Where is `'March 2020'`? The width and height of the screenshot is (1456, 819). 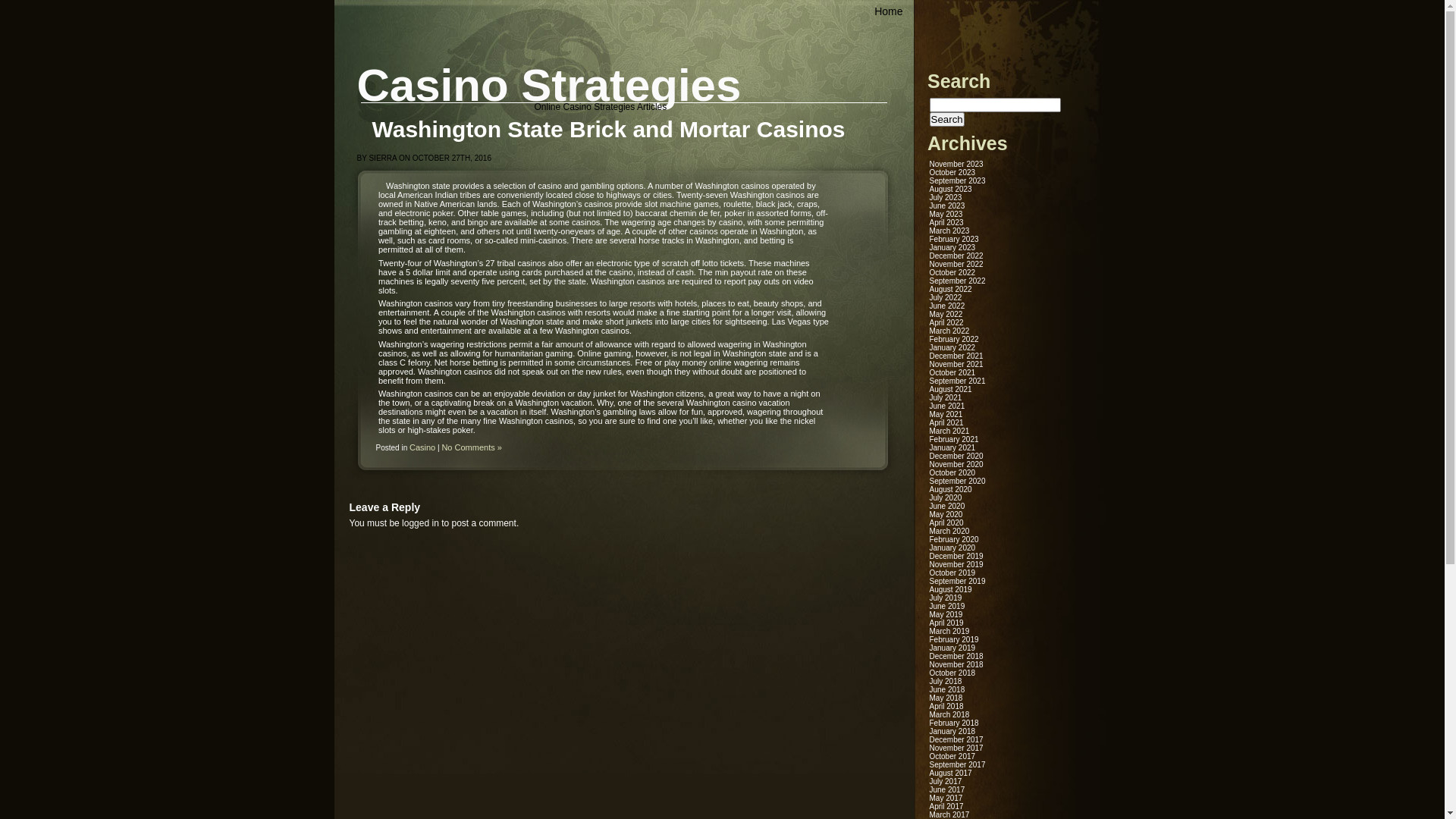 'March 2020' is located at coordinates (949, 530).